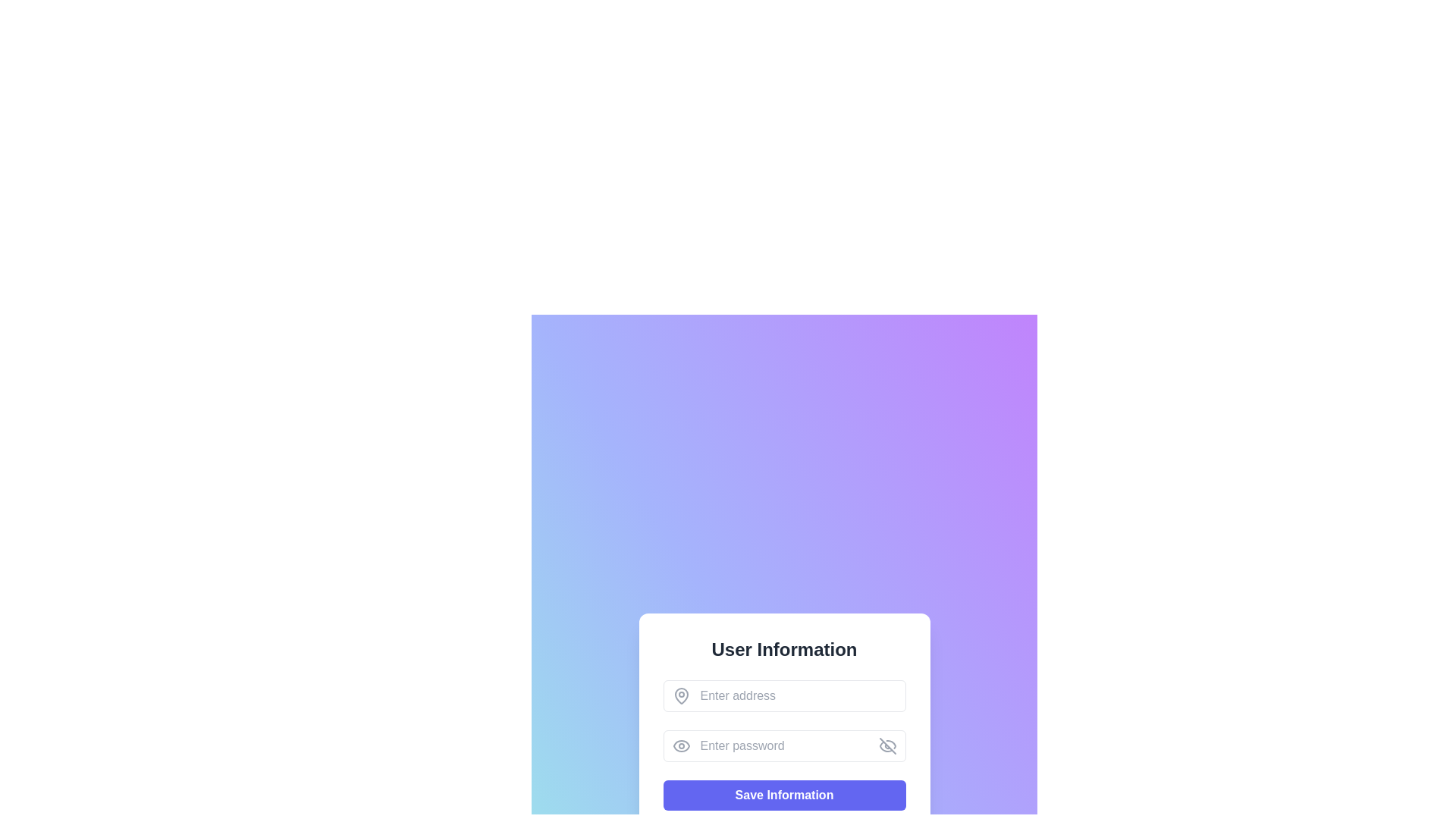 This screenshot has height=819, width=1456. Describe the element at coordinates (784, 795) in the screenshot. I see `the 'Save Information' button, which is a rectangular button with a purple background and white bold text, located centrally at the bottom of the 'User Information' section` at that location.